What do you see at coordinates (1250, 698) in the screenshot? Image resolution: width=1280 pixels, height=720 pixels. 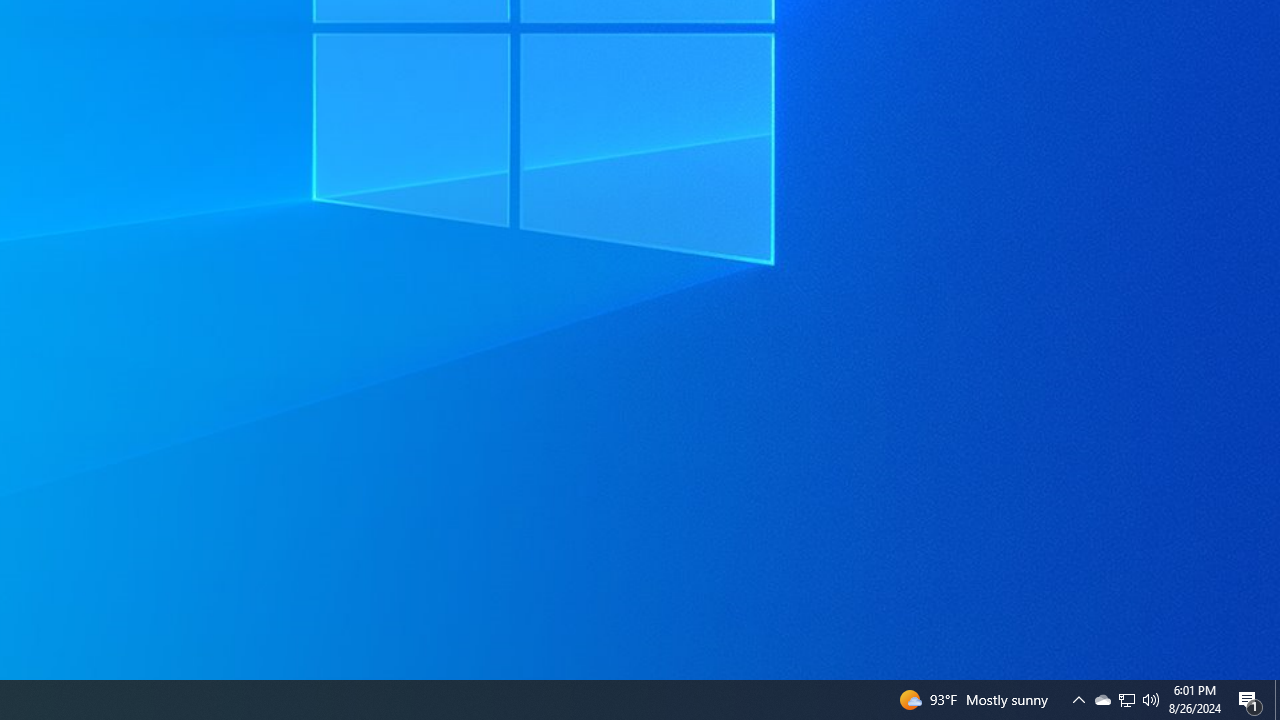 I see `'Action Center, 1 new notification'` at bounding box center [1250, 698].